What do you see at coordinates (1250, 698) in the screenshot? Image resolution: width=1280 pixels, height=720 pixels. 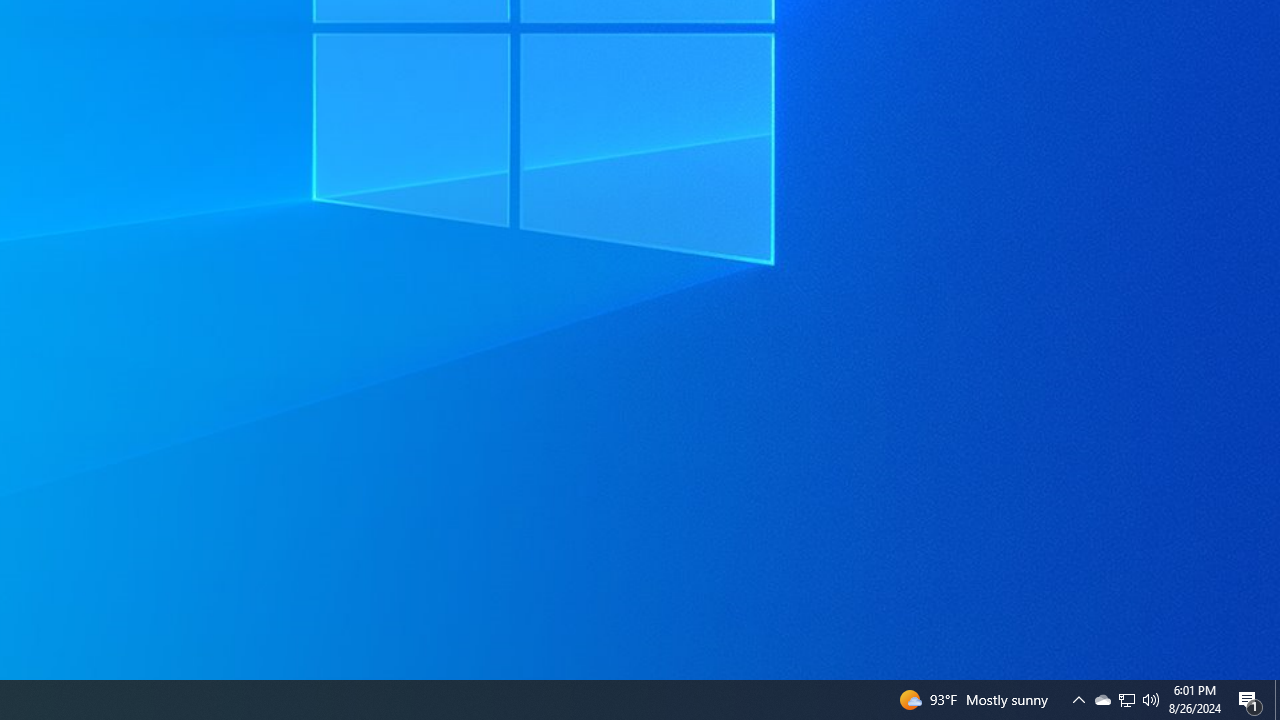 I see `'Action Center, 1 new notification'` at bounding box center [1250, 698].